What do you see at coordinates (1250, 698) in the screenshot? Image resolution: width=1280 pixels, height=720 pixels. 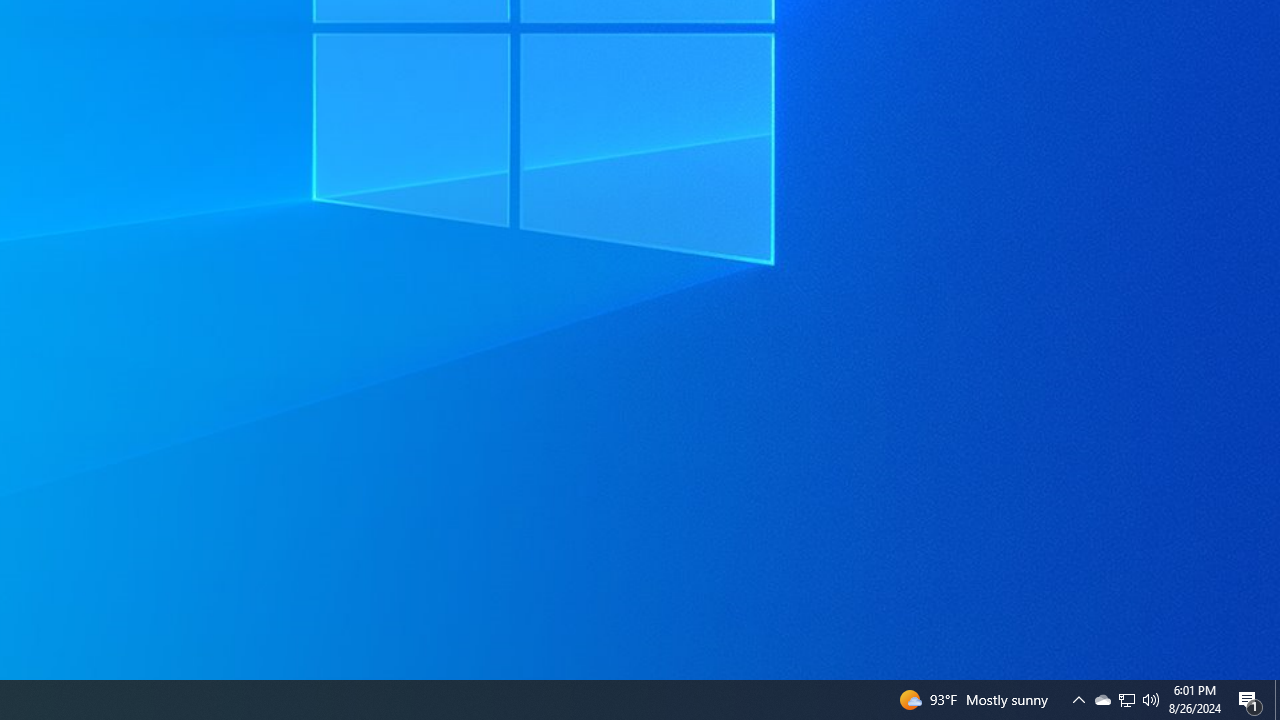 I see `'Action Center, 1 new notification'` at bounding box center [1250, 698].